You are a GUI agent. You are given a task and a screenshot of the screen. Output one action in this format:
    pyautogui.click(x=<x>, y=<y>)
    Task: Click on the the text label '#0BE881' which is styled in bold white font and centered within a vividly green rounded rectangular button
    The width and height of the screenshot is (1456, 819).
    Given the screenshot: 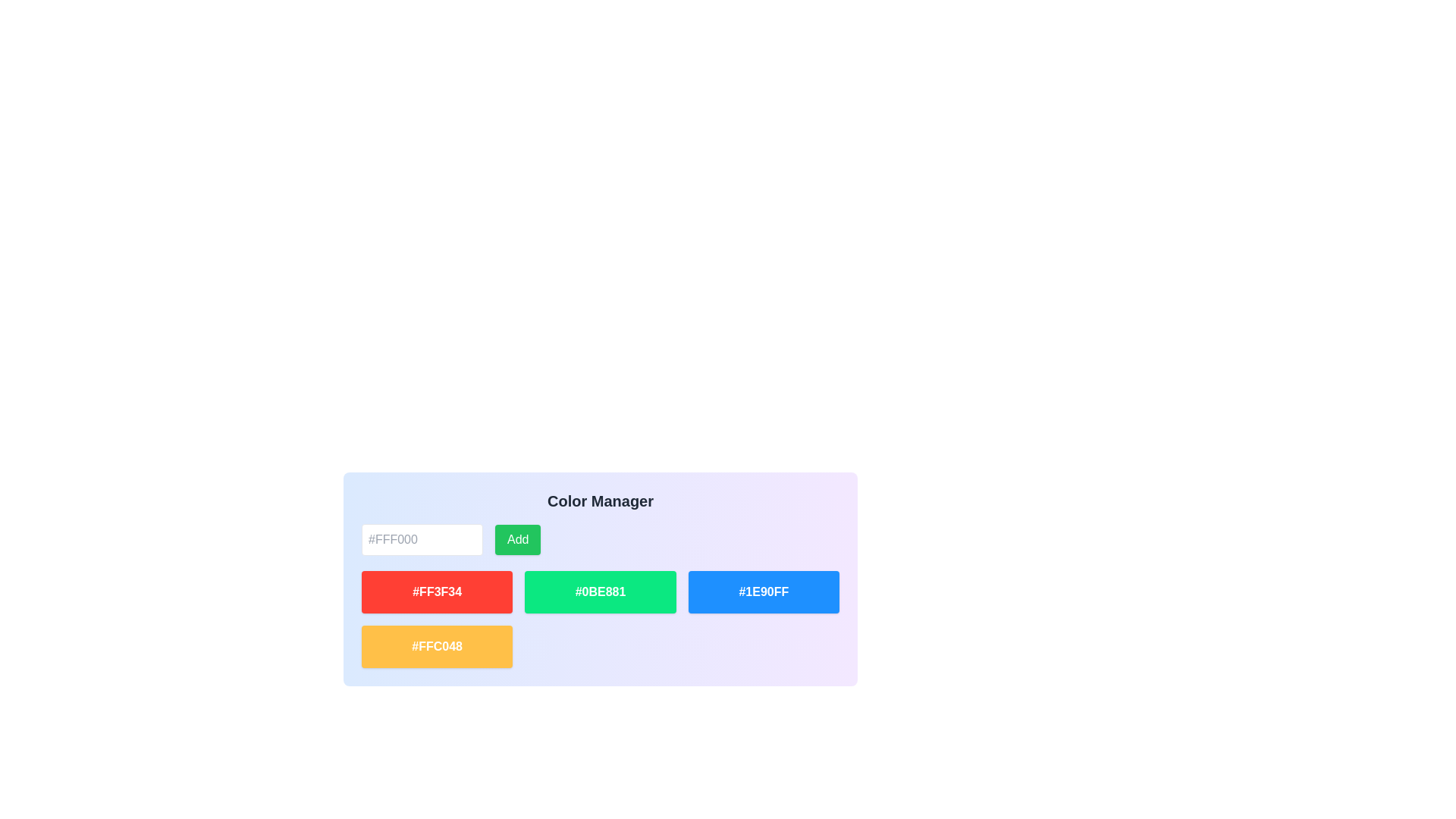 What is the action you would take?
    pyautogui.click(x=600, y=591)
    